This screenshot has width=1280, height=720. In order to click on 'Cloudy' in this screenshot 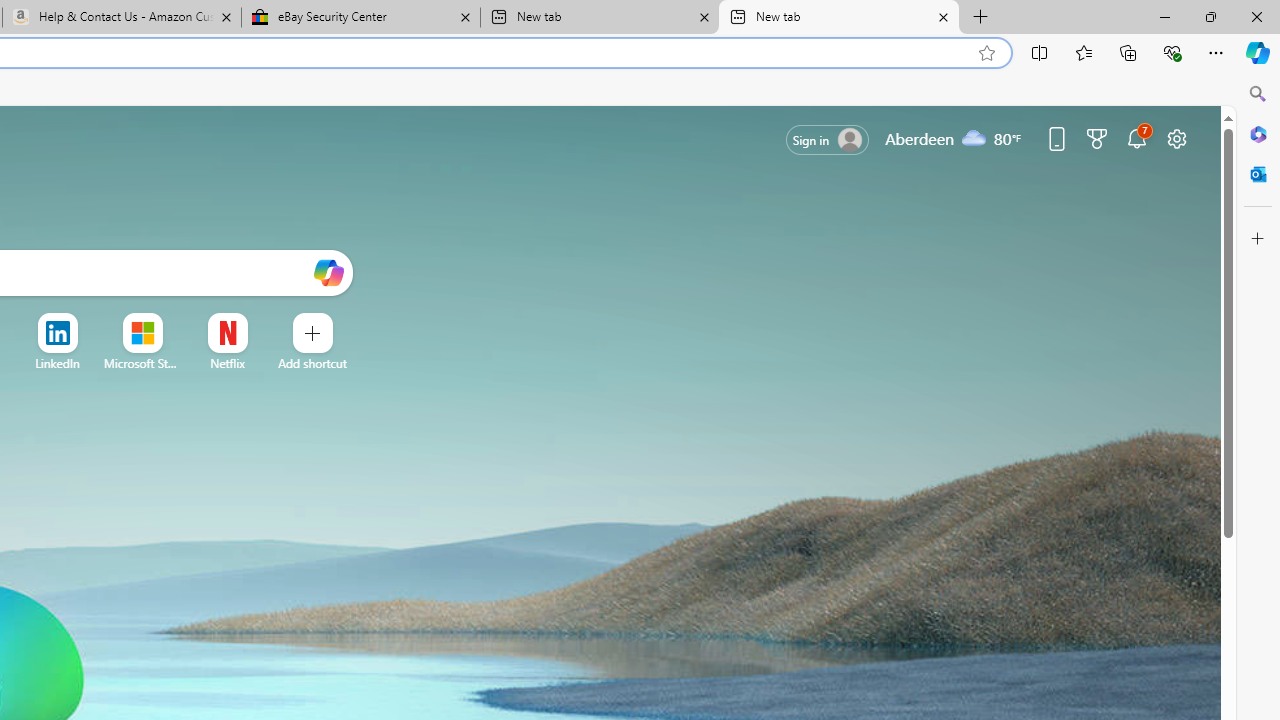, I will do `click(974, 136)`.